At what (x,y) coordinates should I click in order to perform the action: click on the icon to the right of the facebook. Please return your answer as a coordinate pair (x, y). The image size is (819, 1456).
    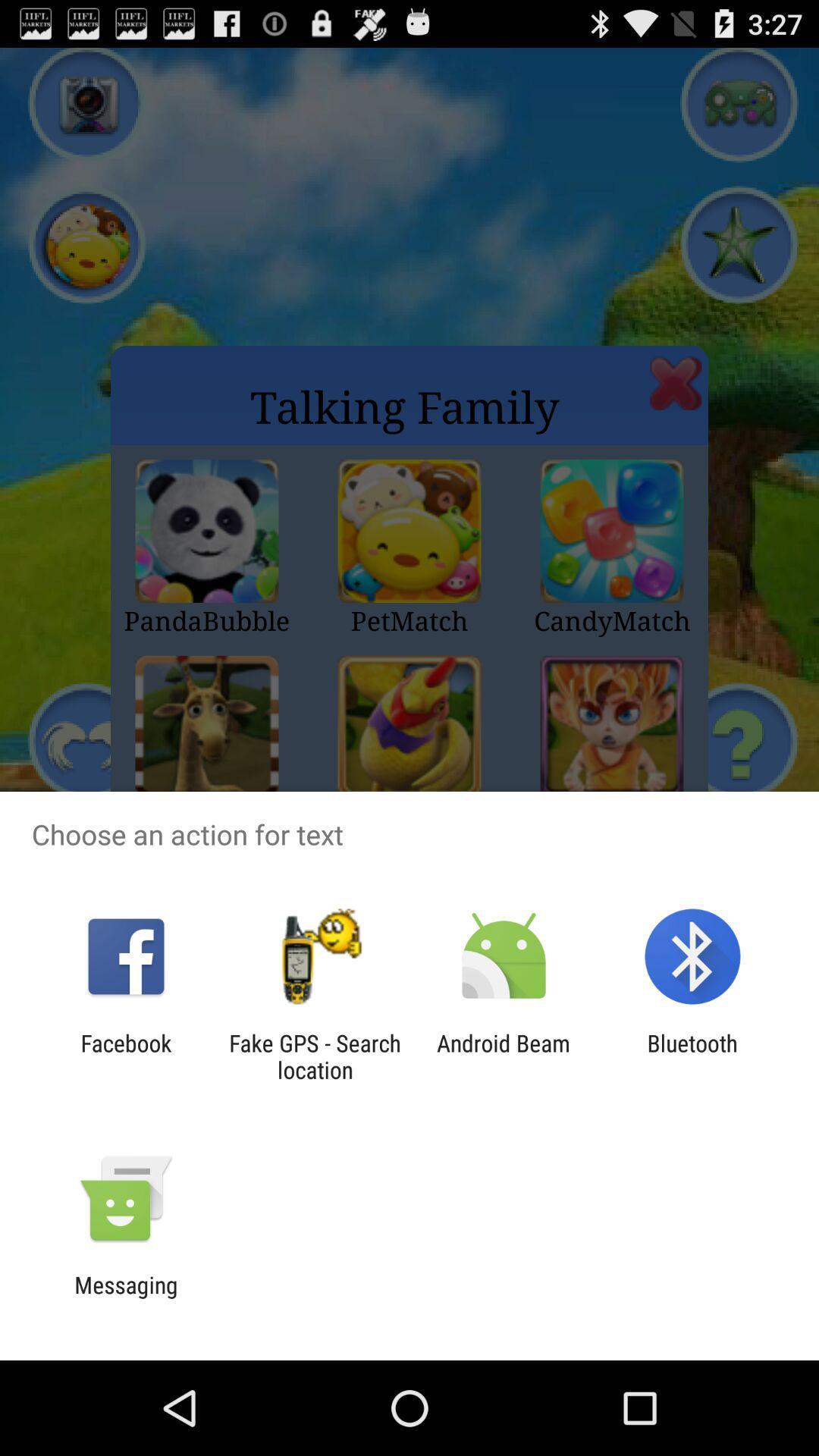
    Looking at the image, I should click on (314, 1056).